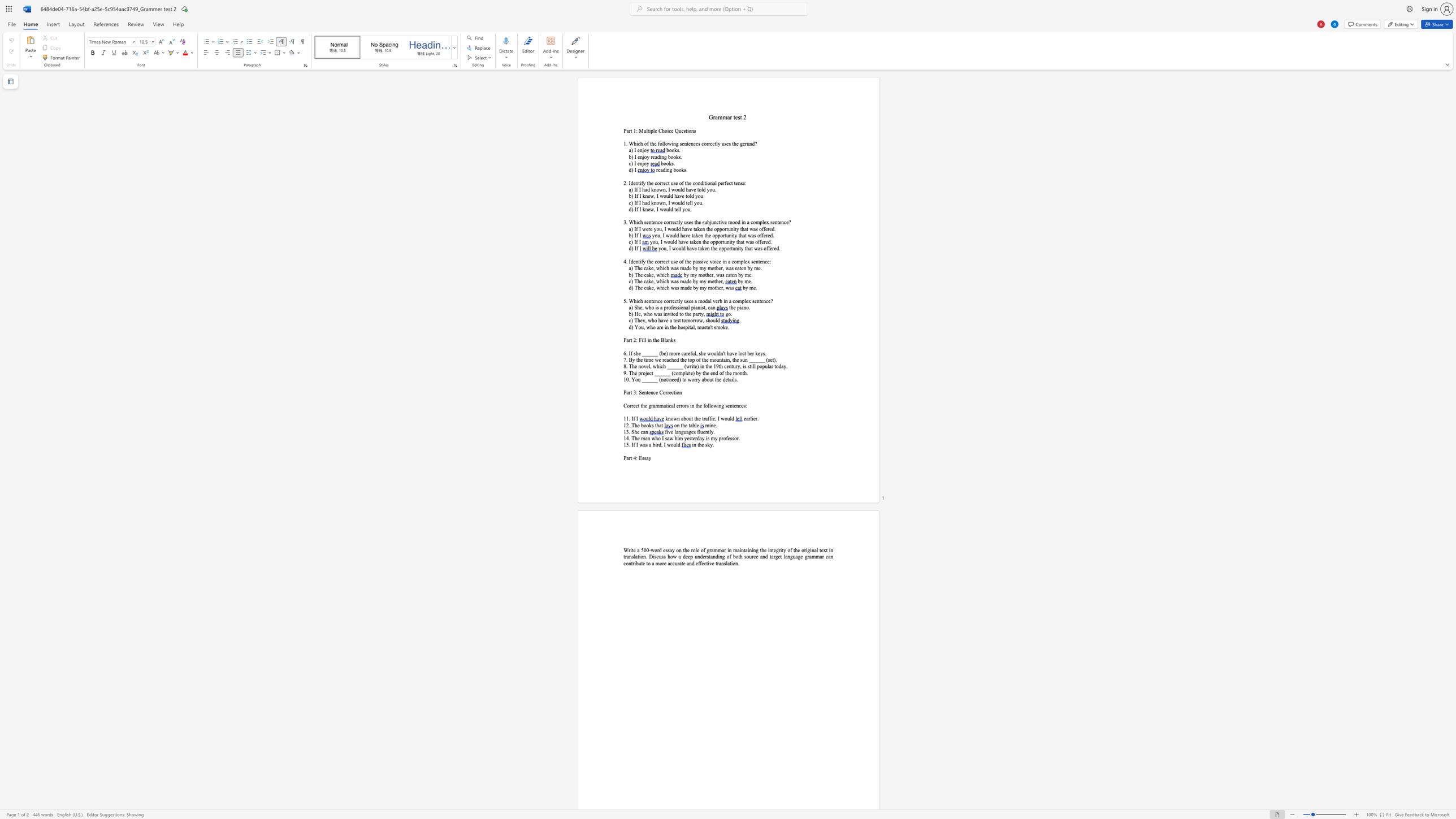 The image size is (1456, 819). Describe the element at coordinates (748, 307) in the screenshot. I see `the space between the continuous character "o" and "." in the text` at that location.